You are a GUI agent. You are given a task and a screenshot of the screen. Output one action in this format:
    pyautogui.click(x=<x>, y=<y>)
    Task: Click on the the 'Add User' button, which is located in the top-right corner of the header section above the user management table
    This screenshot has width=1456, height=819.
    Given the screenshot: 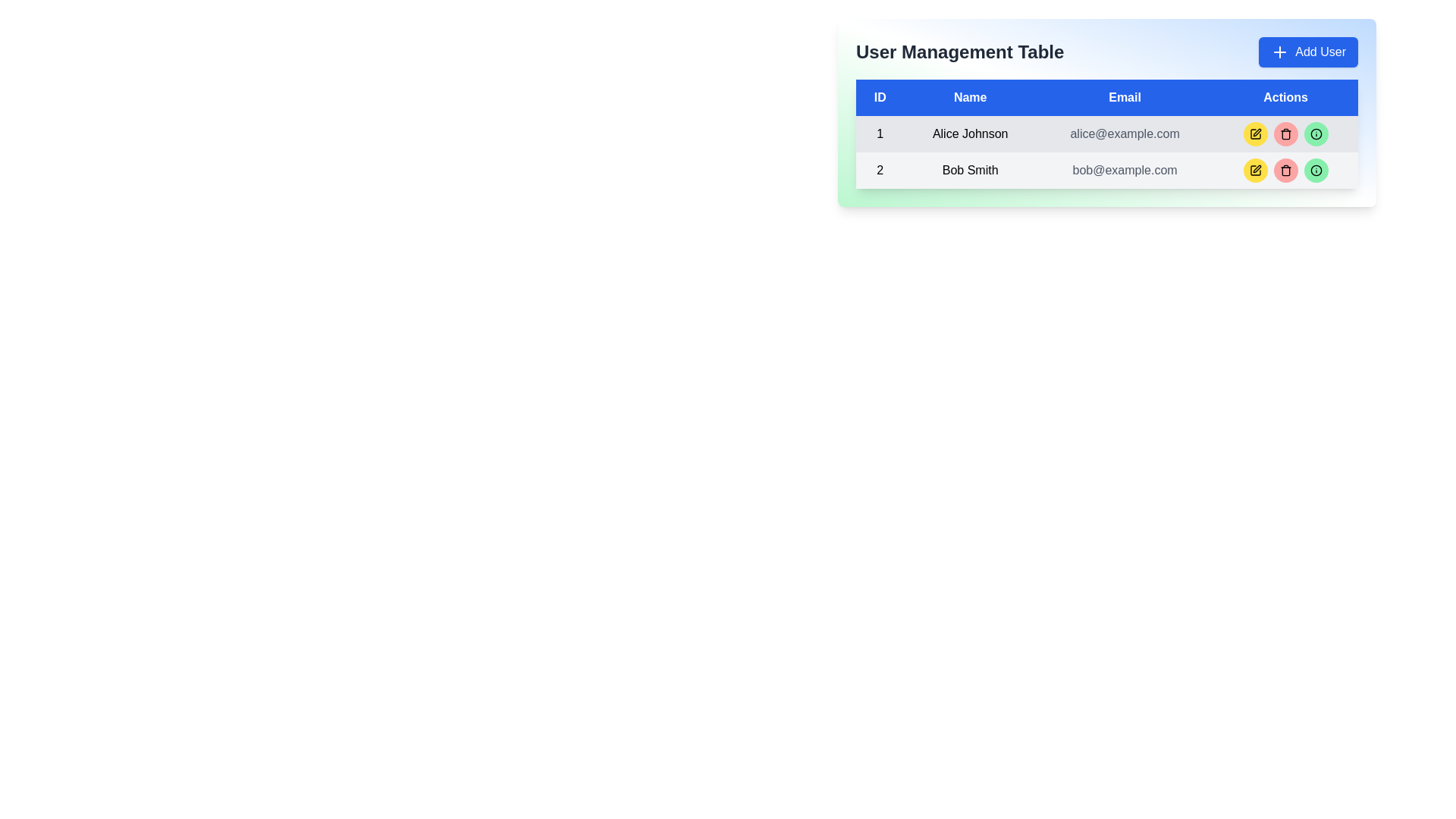 What is the action you would take?
    pyautogui.click(x=1307, y=52)
    